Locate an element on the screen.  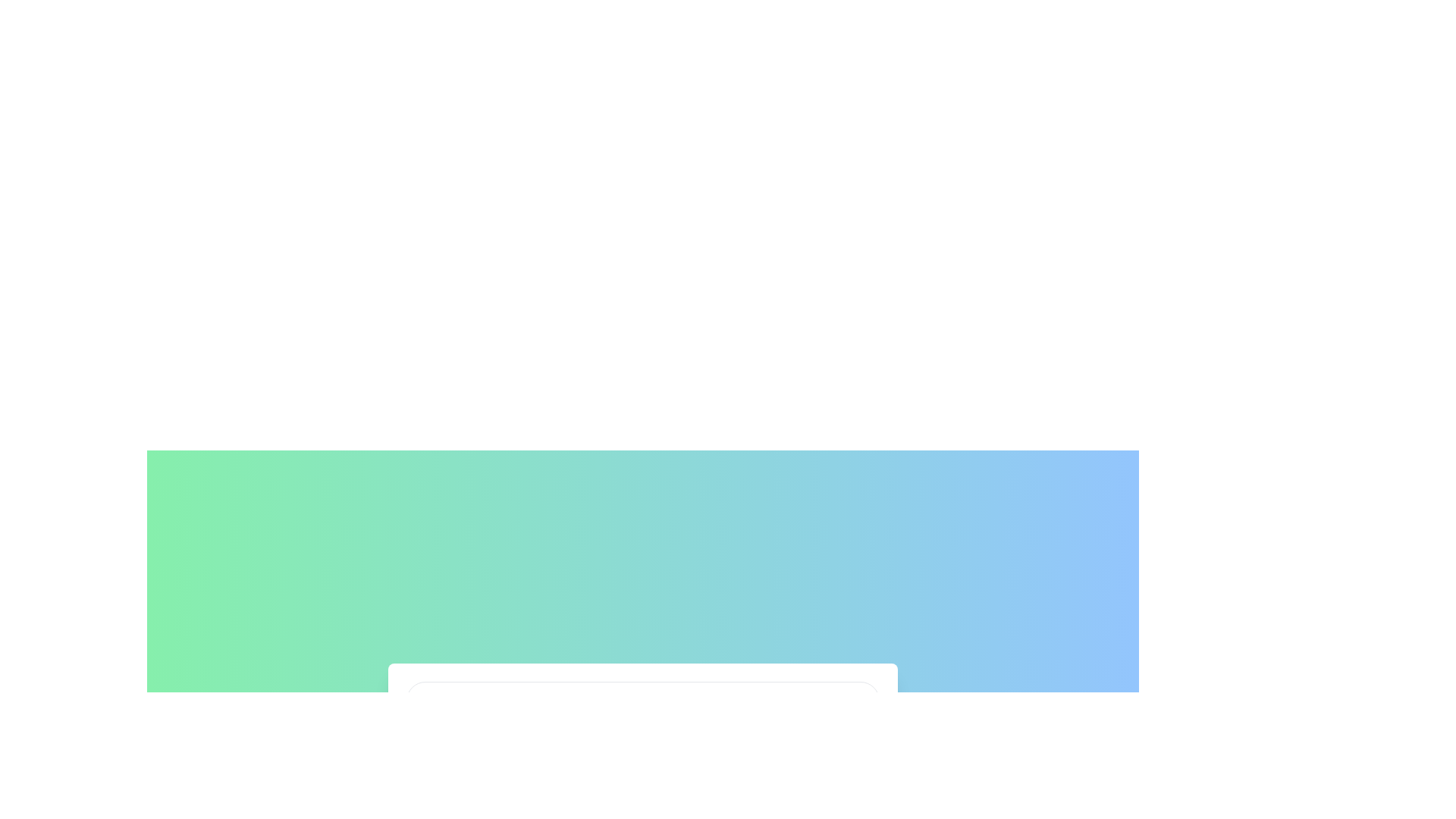
the SVG Circle element that represents the central part of the search icon for visual feedback is located at coordinates (425, 699).